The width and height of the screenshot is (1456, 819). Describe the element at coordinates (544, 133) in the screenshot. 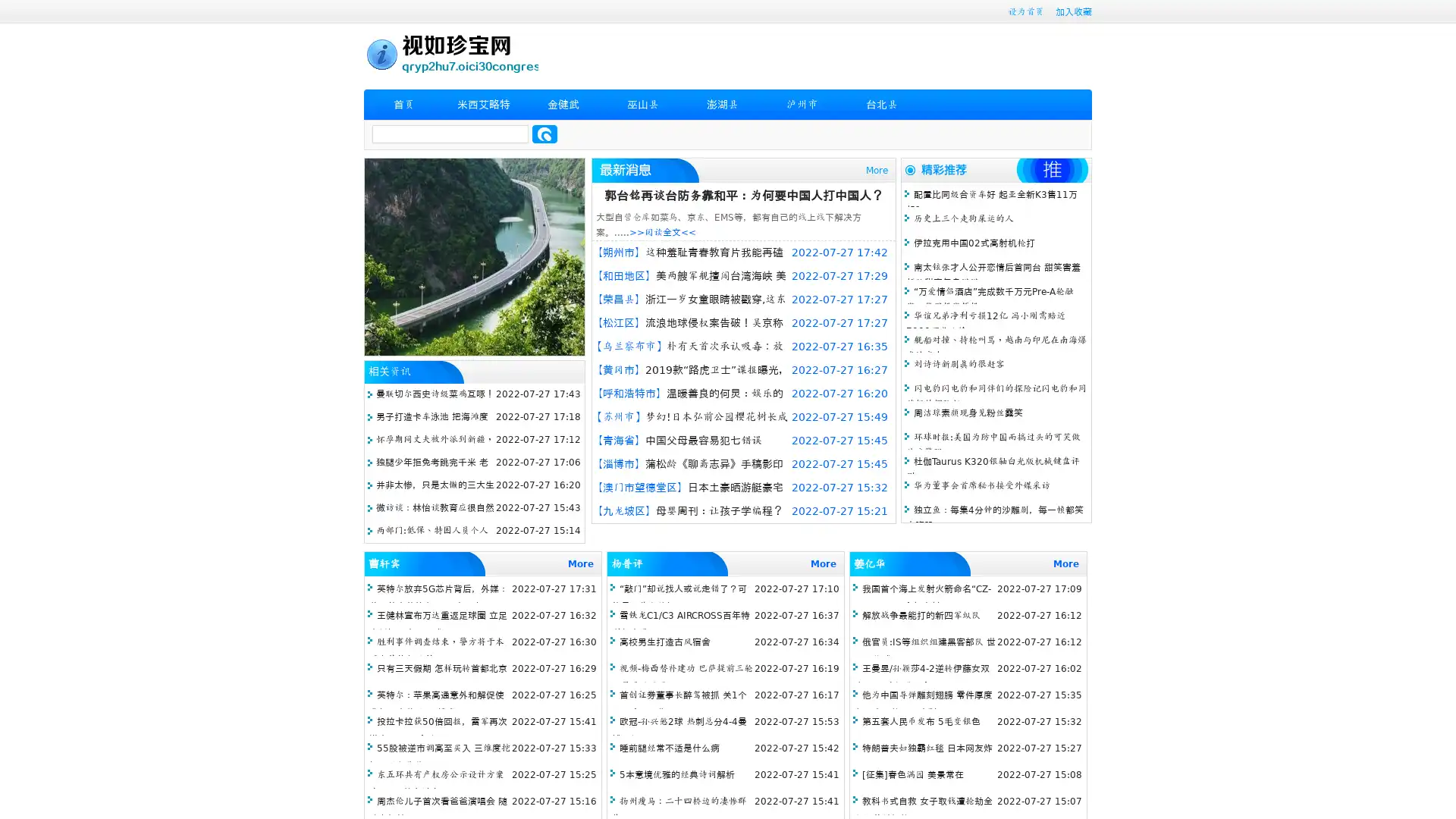

I see `Search` at that location.